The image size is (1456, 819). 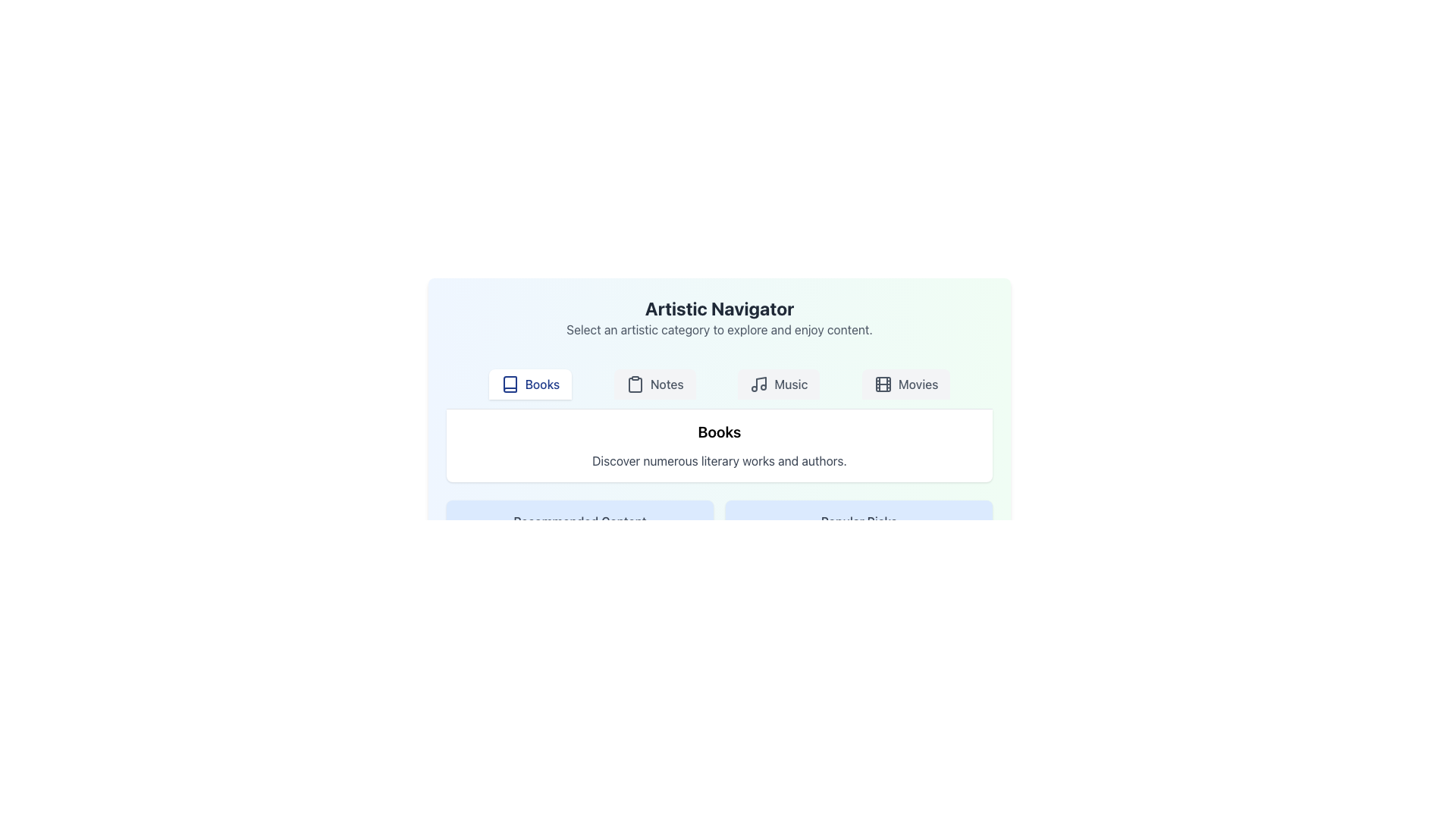 What do you see at coordinates (667, 383) in the screenshot?
I see `the 'Notes' category text label` at bounding box center [667, 383].